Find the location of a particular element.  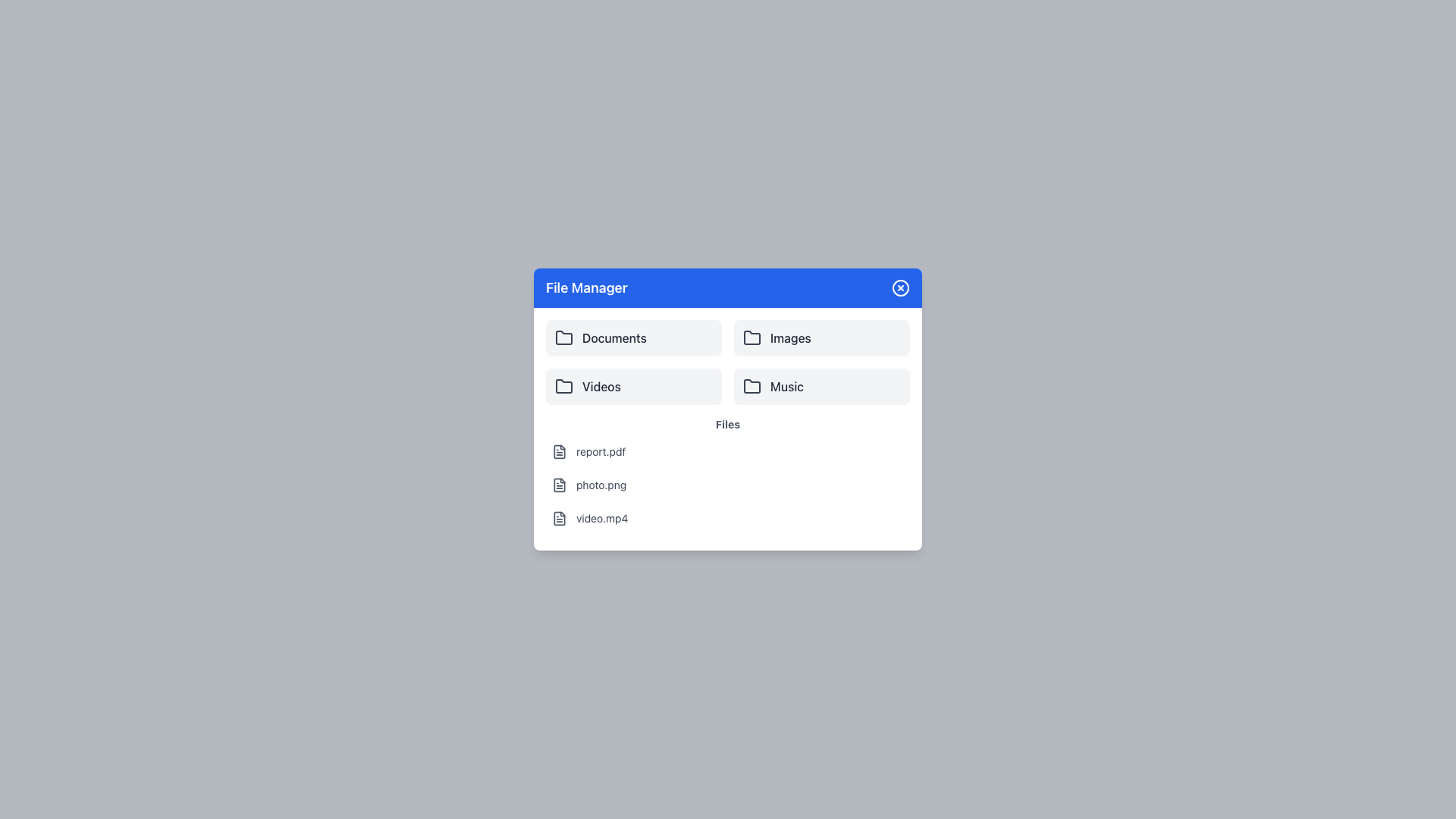

the gray outlined folder icon located in the top-right area of the File Manager interface is located at coordinates (752, 337).